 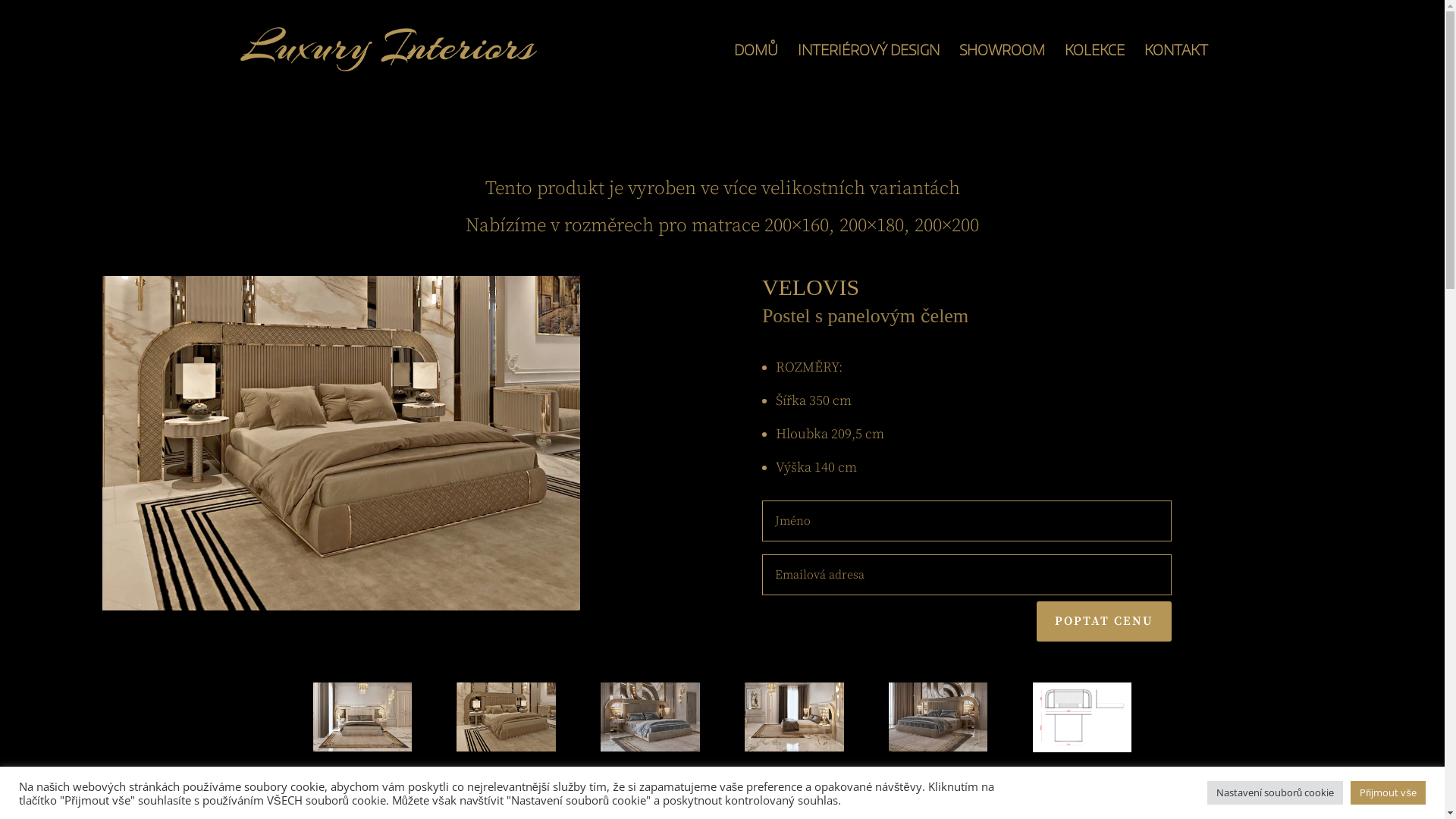 I want to click on 'SHOWROOM', so click(x=1001, y=71).